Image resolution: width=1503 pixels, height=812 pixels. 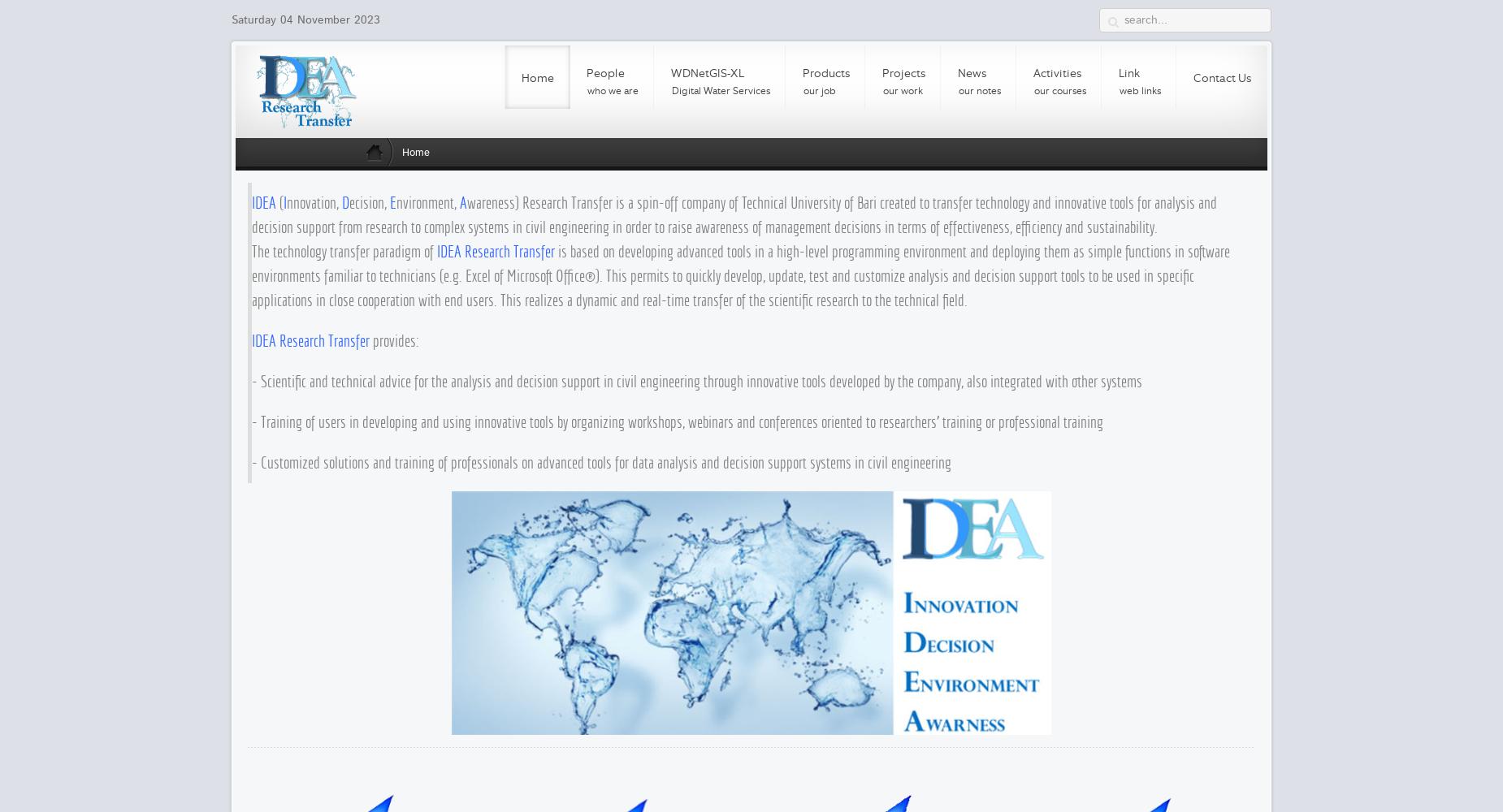 I want to click on 'Products', so click(x=802, y=72).